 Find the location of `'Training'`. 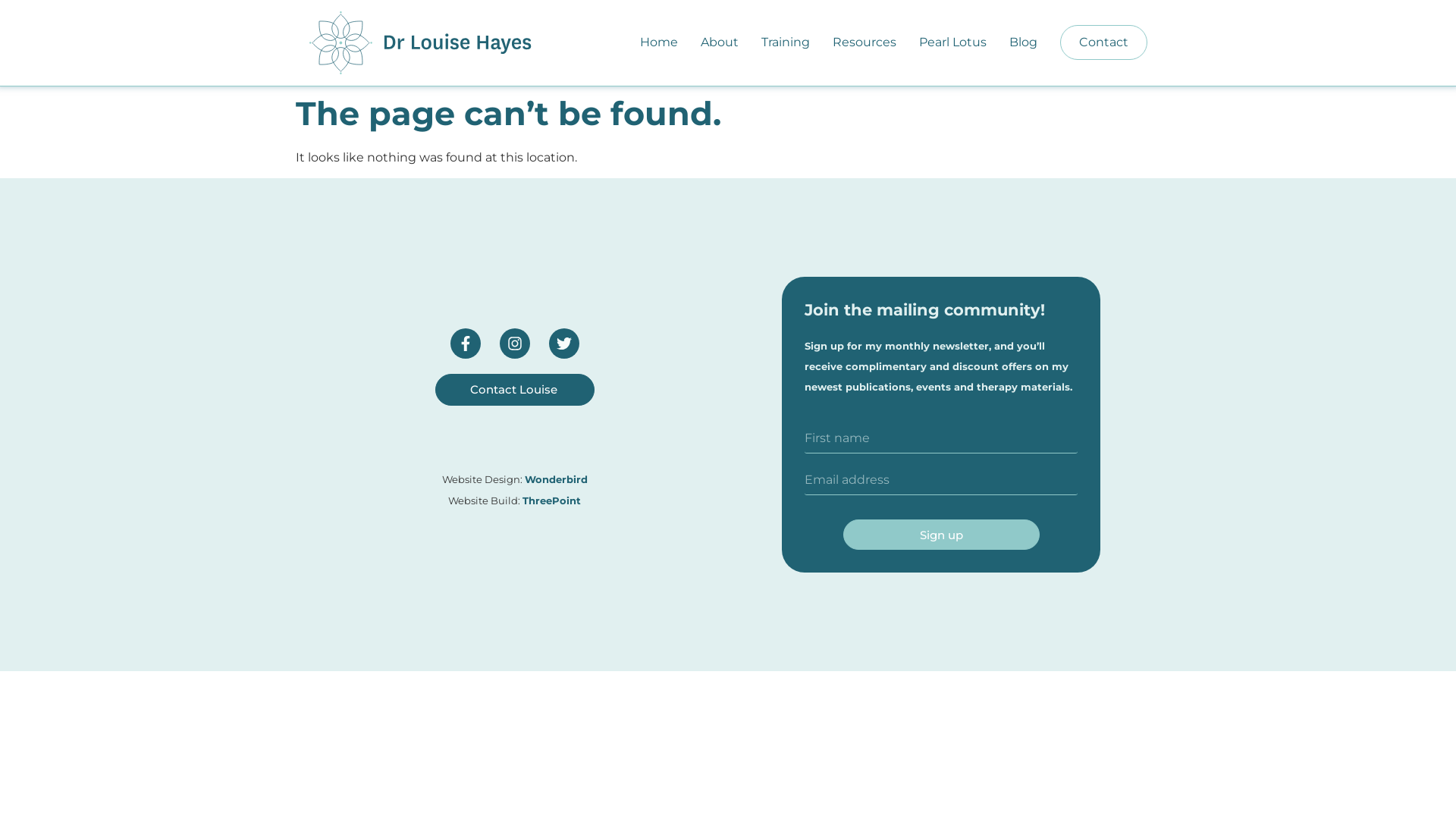

'Training' is located at coordinates (786, 42).